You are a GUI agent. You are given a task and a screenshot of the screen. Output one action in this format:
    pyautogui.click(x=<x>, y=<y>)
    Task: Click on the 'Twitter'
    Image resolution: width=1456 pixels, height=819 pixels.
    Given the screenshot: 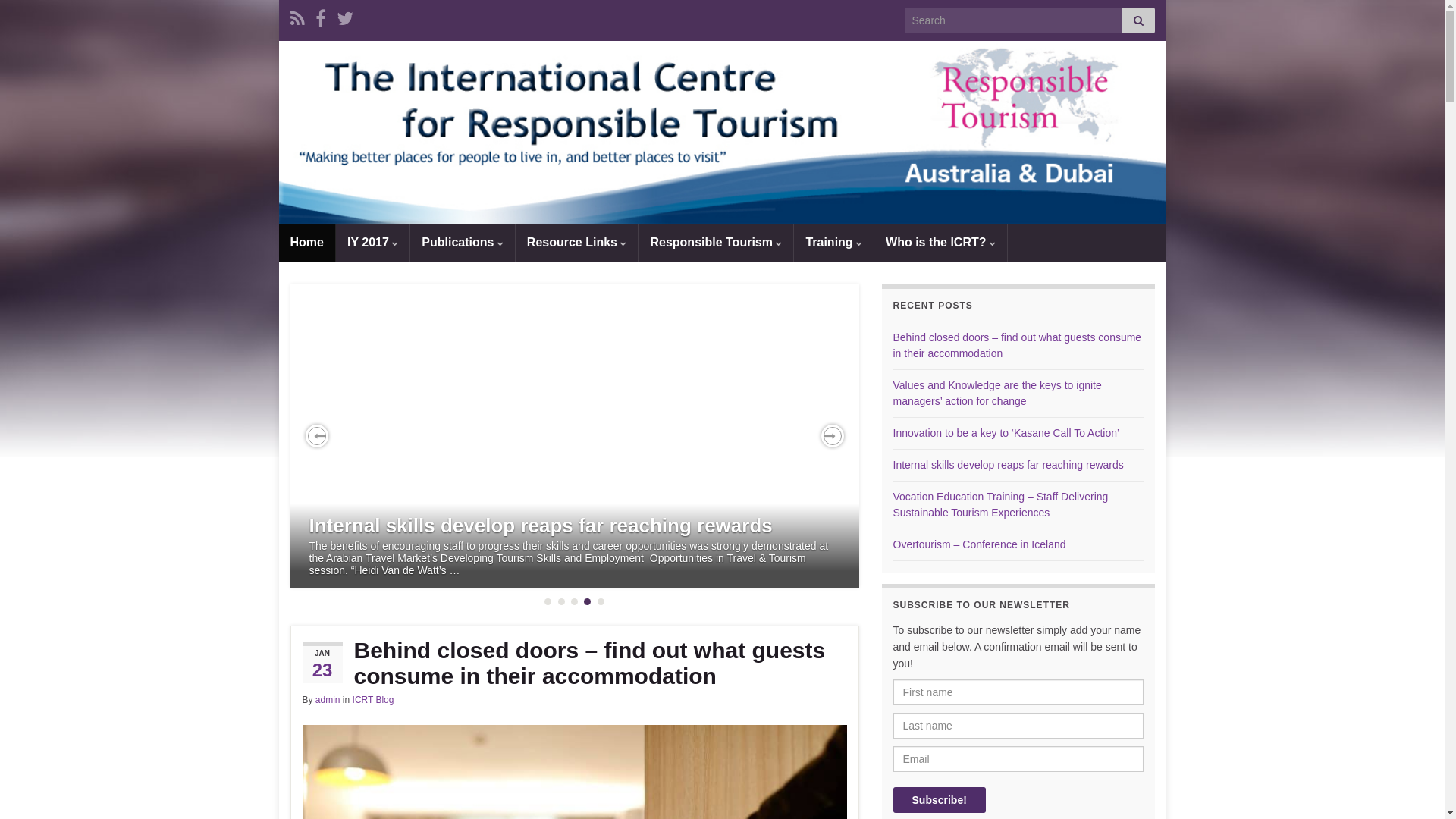 What is the action you would take?
    pyautogui.click(x=344, y=16)
    